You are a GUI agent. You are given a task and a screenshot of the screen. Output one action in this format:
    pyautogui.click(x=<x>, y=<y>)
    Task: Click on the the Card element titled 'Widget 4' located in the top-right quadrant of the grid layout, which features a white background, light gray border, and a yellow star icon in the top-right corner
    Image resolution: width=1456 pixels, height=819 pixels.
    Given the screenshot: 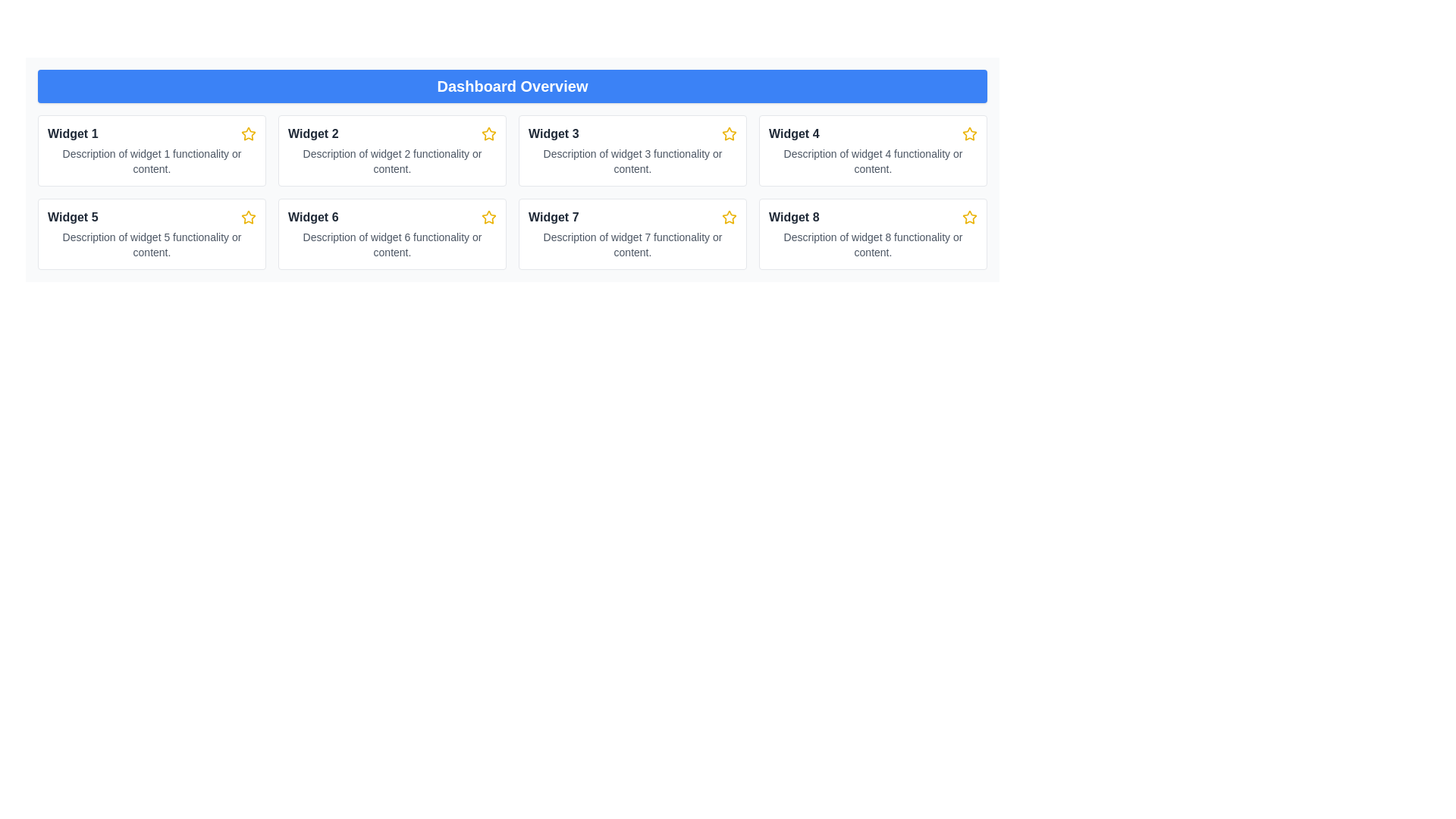 What is the action you would take?
    pyautogui.click(x=873, y=151)
    